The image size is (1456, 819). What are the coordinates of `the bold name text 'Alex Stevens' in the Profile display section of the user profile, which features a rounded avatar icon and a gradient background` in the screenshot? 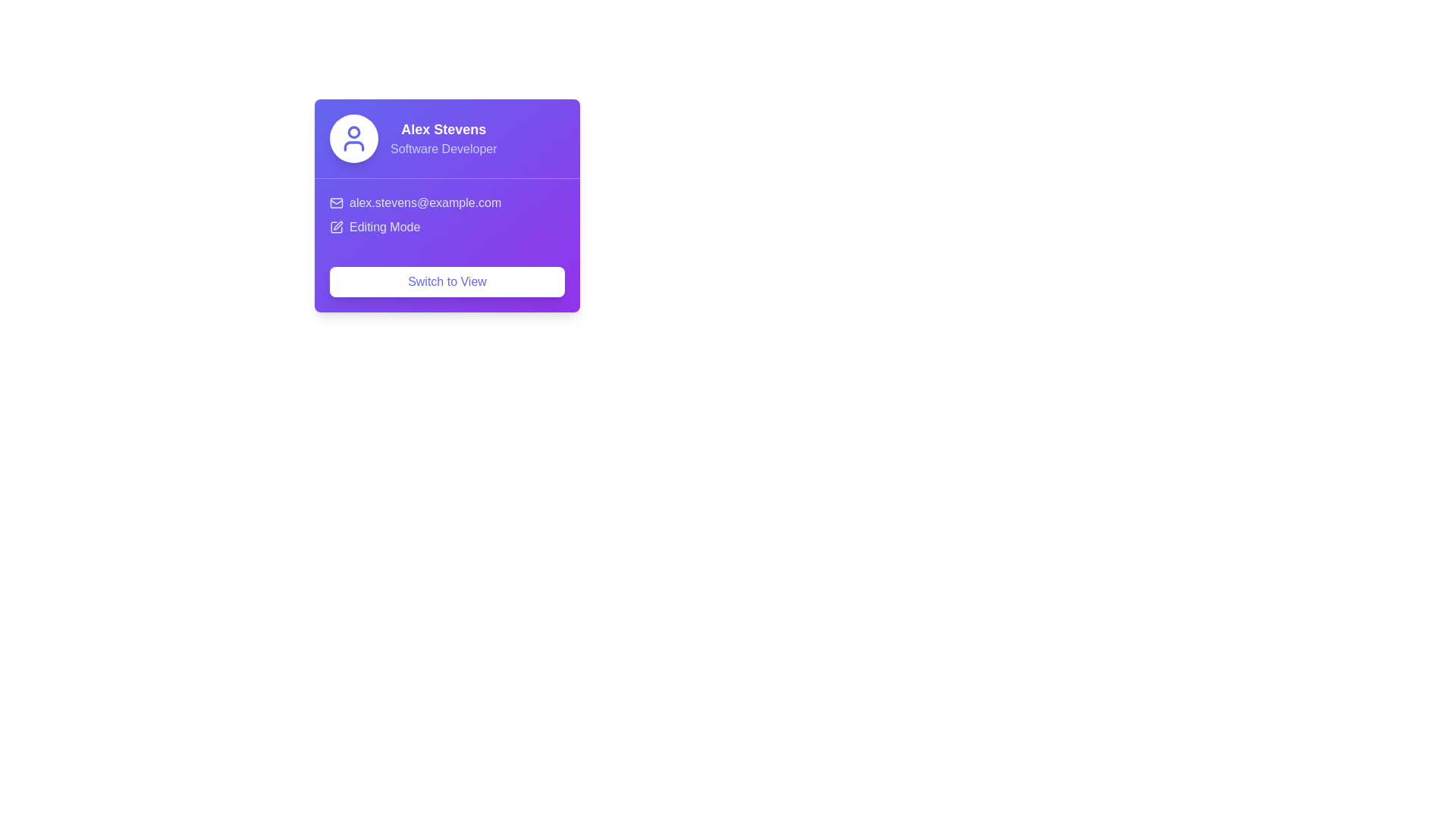 It's located at (447, 139).